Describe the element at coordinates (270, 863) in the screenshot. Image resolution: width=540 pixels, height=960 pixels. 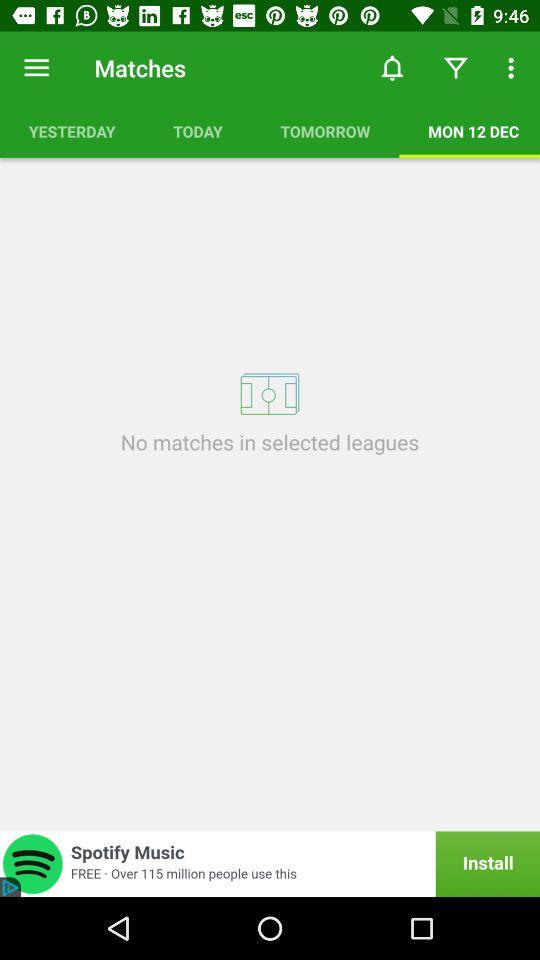
I see `click on advertisement` at that location.